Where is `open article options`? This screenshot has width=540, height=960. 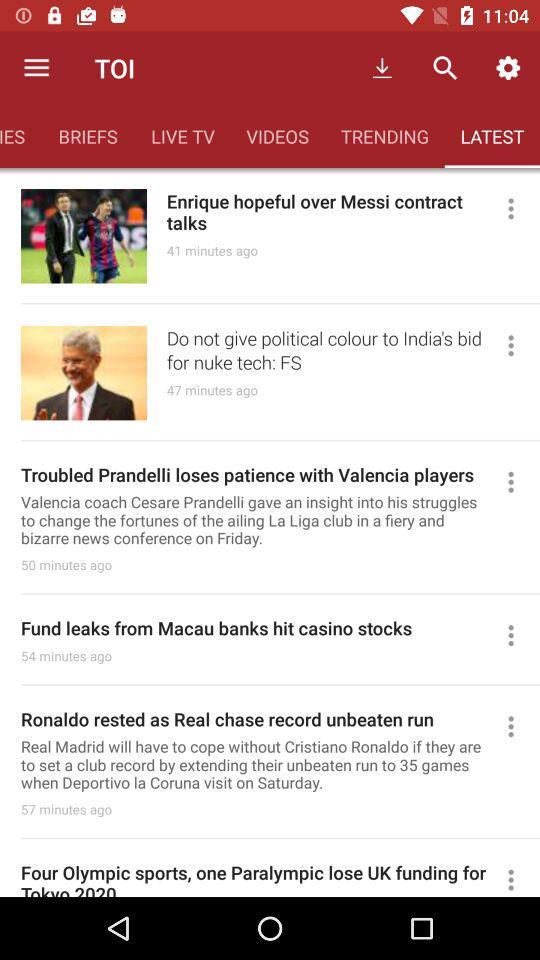 open article options is located at coordinates (519, 345).